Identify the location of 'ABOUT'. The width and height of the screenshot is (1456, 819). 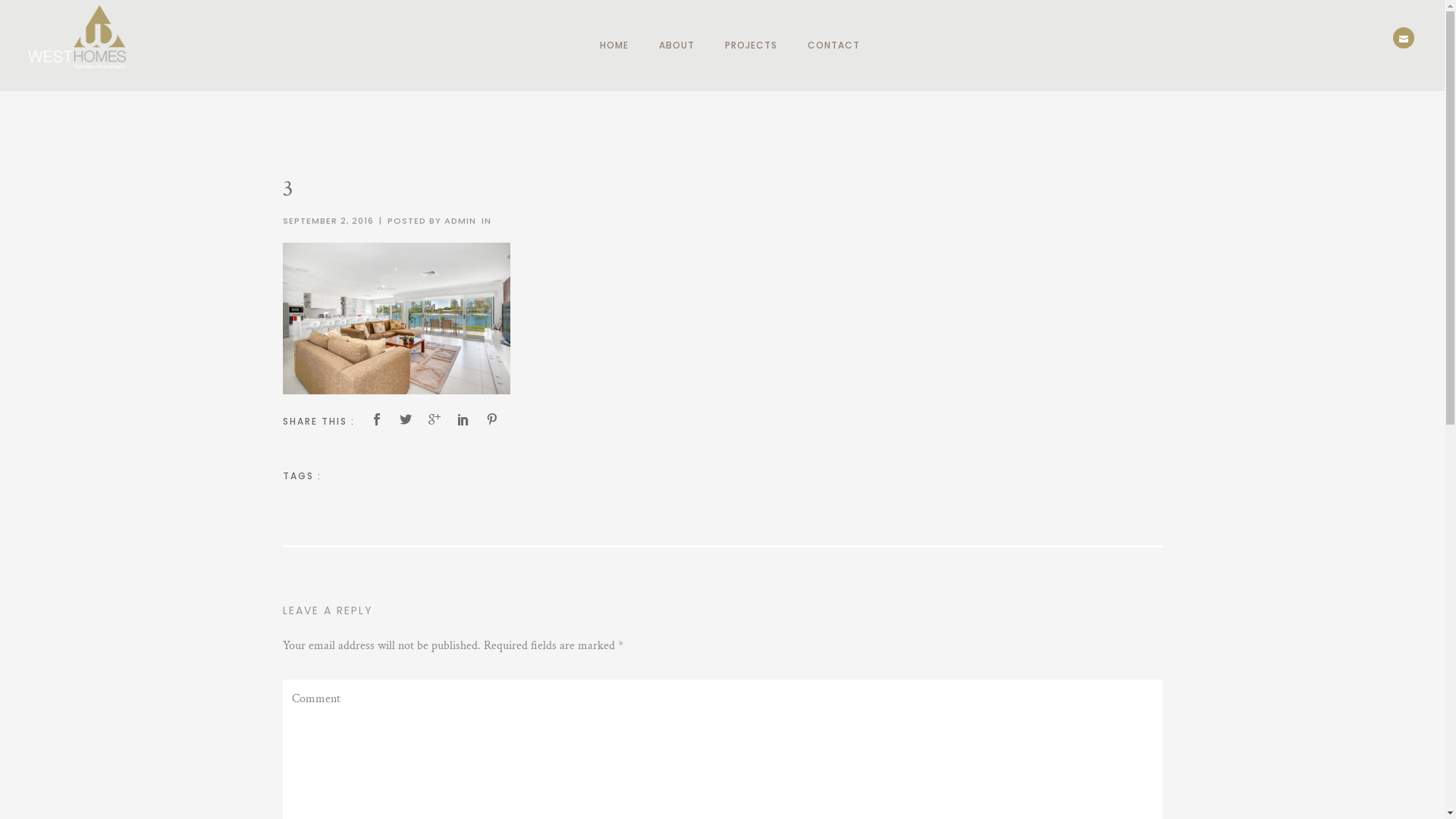
(676, 45).